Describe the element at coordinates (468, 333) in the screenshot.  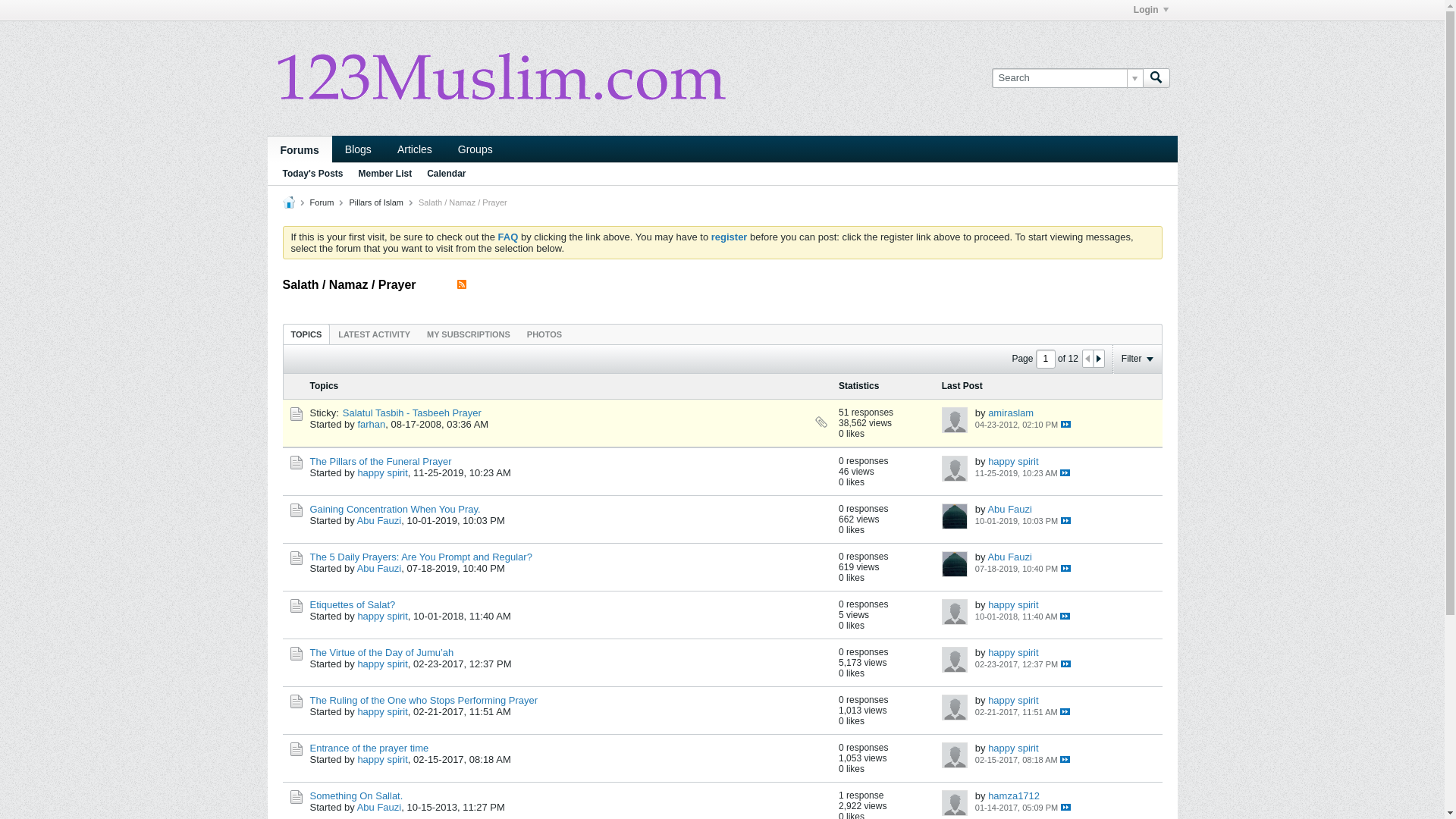
I see `'MY SUBSCRIPTIONS'` at that location.